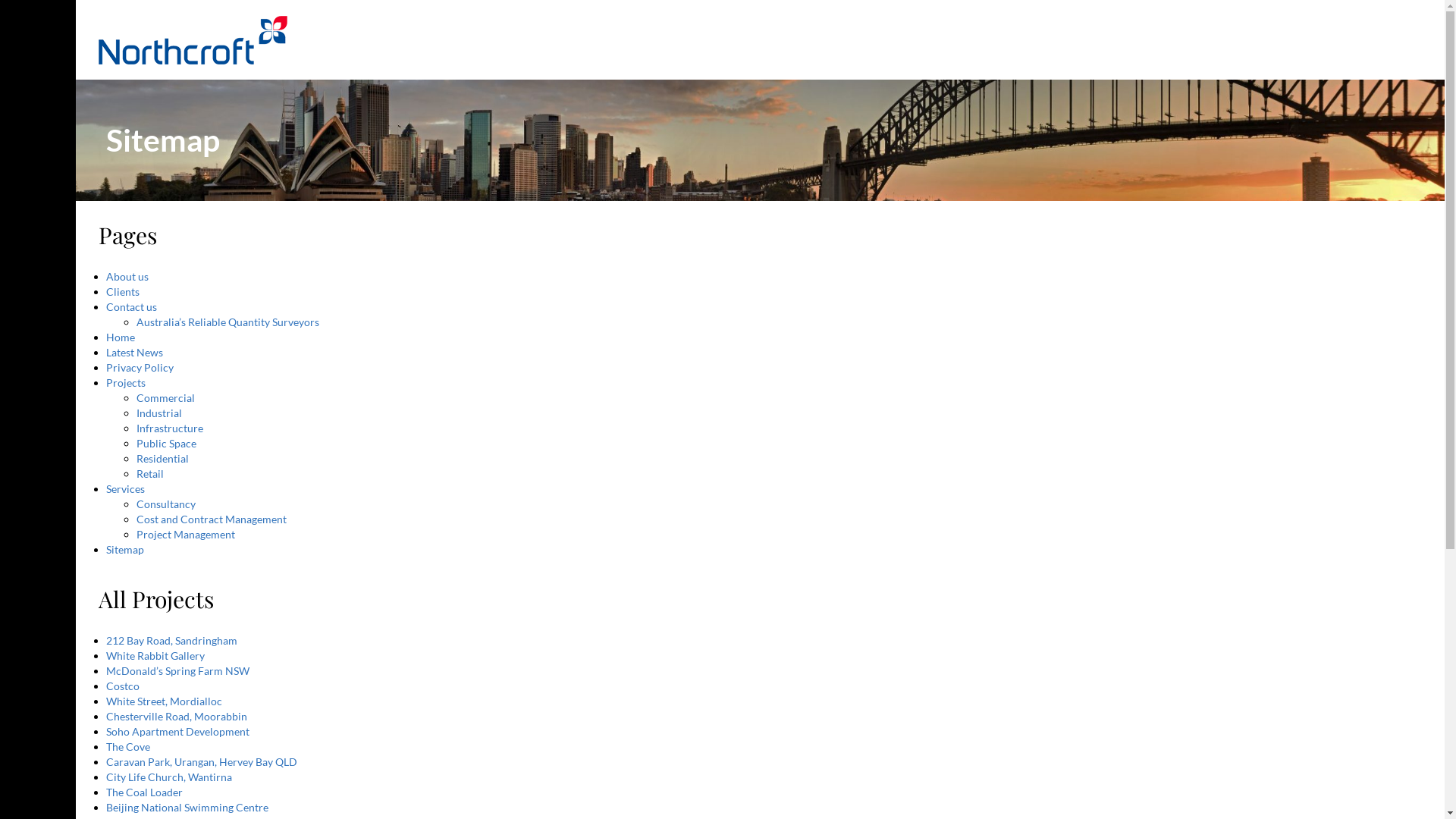 This screenshot has height=819, width=1456. Describe the element at coordinates (125, 488) in the screenshot. I see `'Services'` at that location.